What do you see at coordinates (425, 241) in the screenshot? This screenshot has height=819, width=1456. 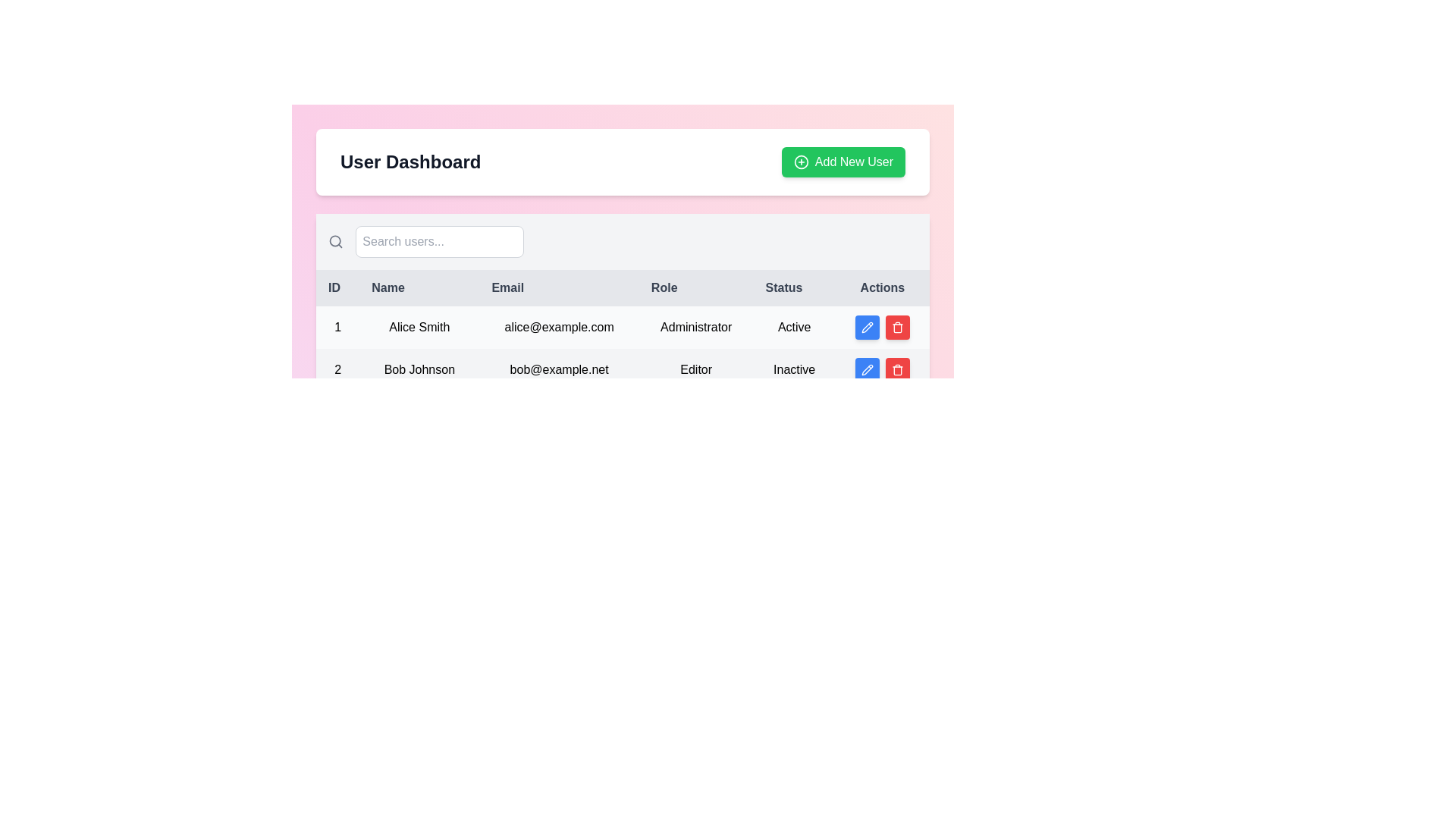 I see `the Text input field for searching users, which has a placeholder text 'Search users...' and is located in the User Dashboard header section` at bounding box center [425, 241].